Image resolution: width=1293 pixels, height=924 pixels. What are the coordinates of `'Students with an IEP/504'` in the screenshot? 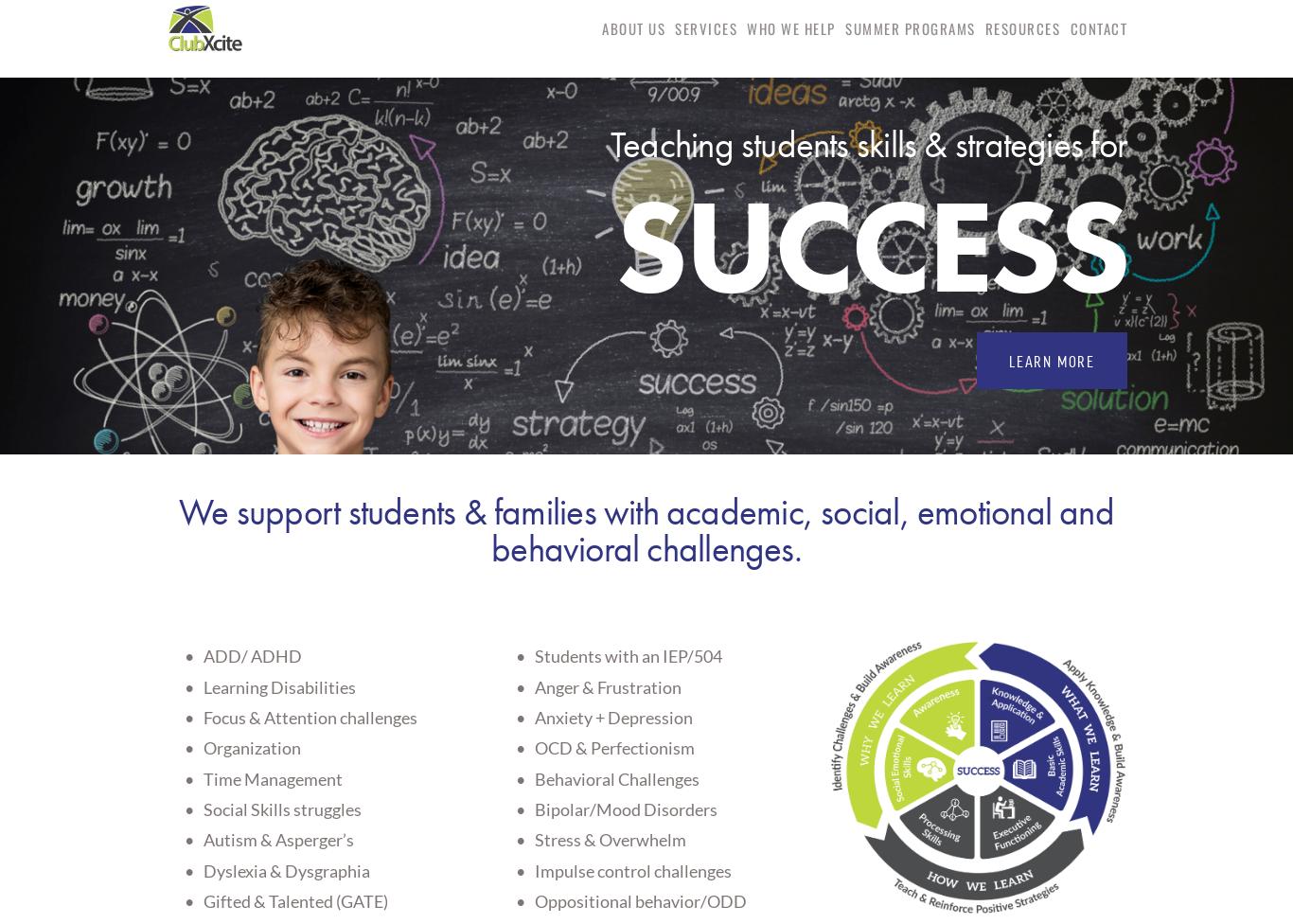 It's located at (534, 654).